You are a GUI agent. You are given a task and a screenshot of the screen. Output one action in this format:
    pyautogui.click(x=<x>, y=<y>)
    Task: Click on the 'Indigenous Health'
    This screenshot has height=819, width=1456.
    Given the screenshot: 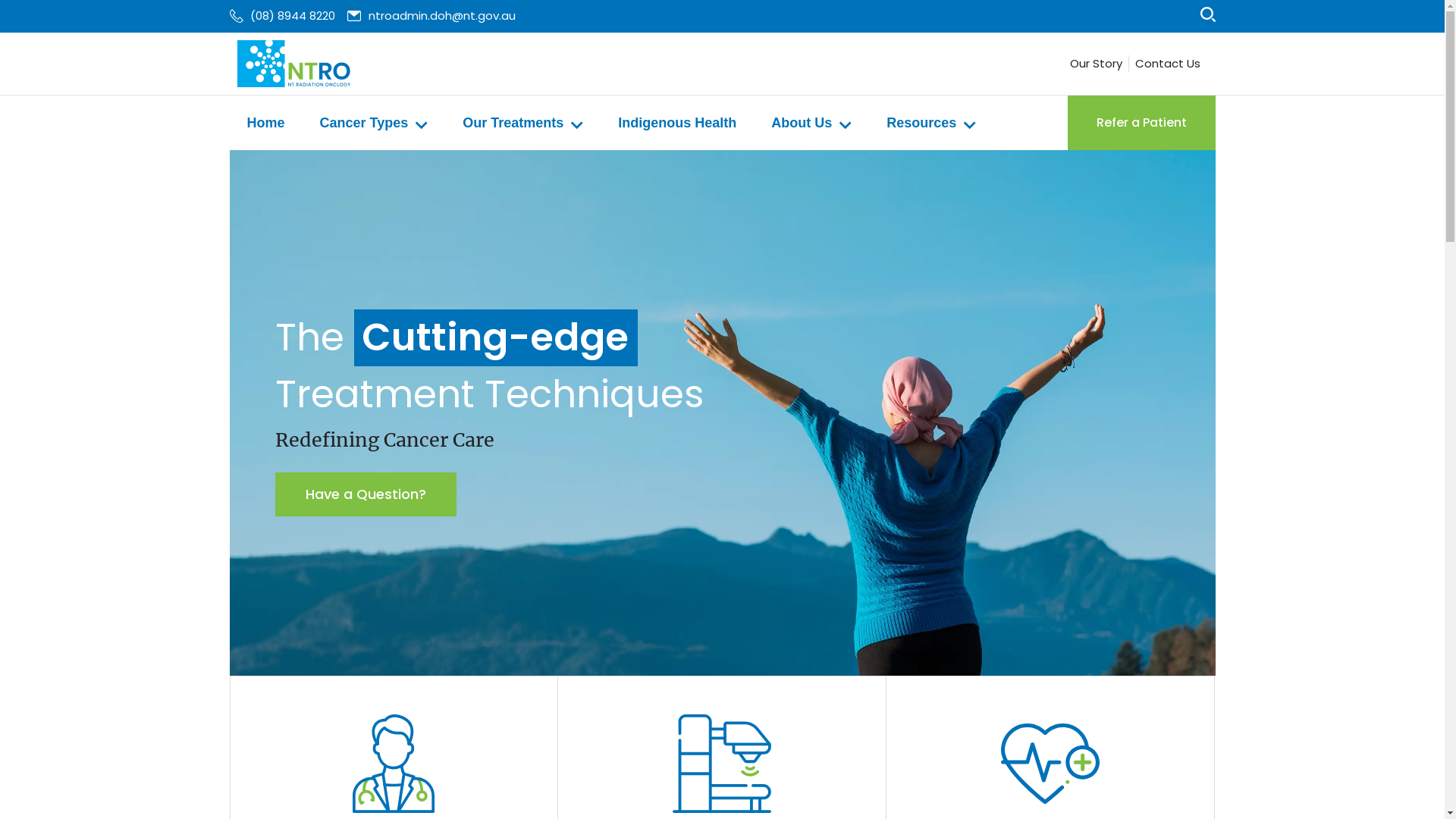 What is the action you would take?
    pyautogui.click(x=676, y=122)
    